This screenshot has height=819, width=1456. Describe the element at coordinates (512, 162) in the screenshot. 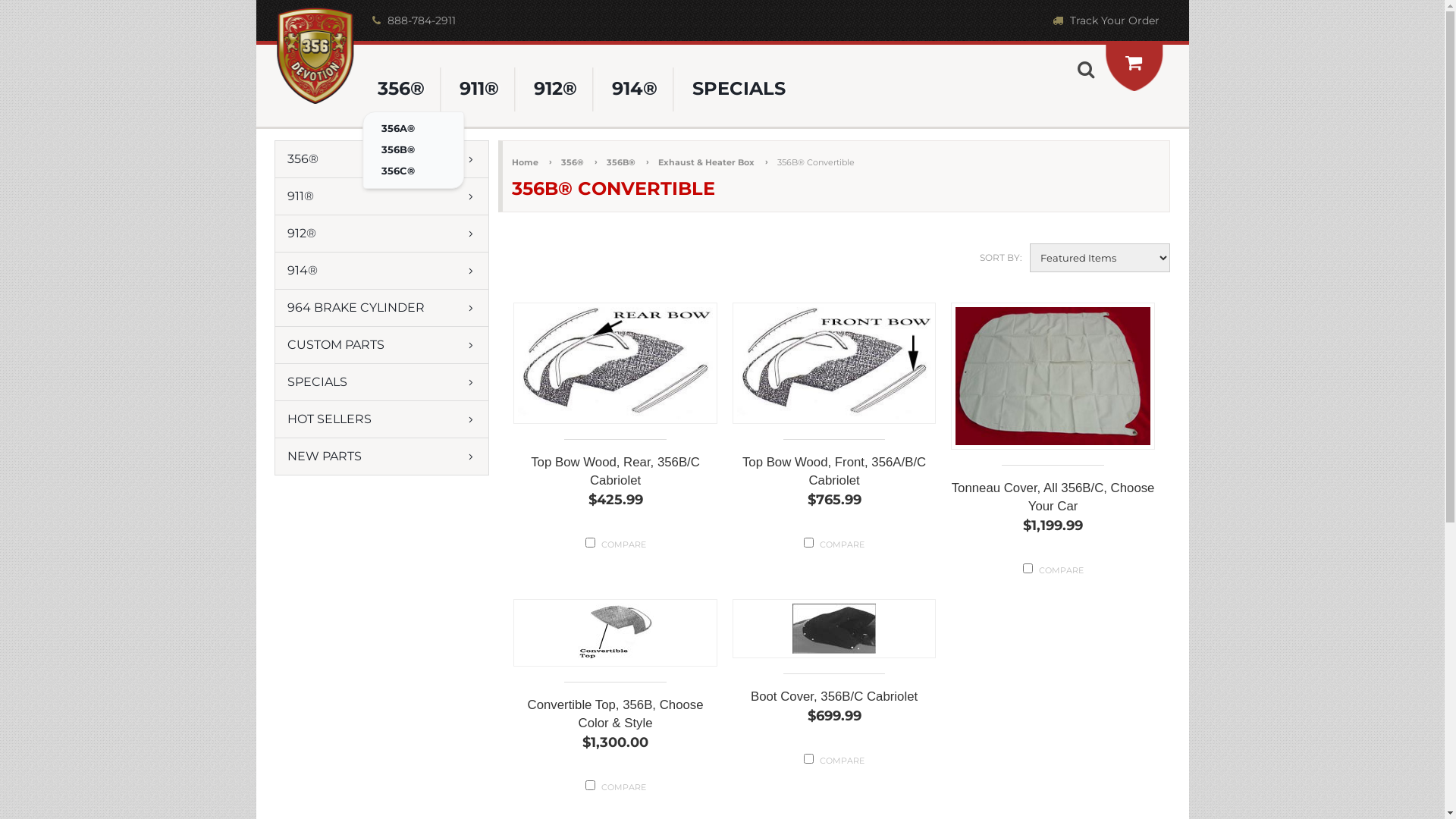

I see `'Home'` at that location.